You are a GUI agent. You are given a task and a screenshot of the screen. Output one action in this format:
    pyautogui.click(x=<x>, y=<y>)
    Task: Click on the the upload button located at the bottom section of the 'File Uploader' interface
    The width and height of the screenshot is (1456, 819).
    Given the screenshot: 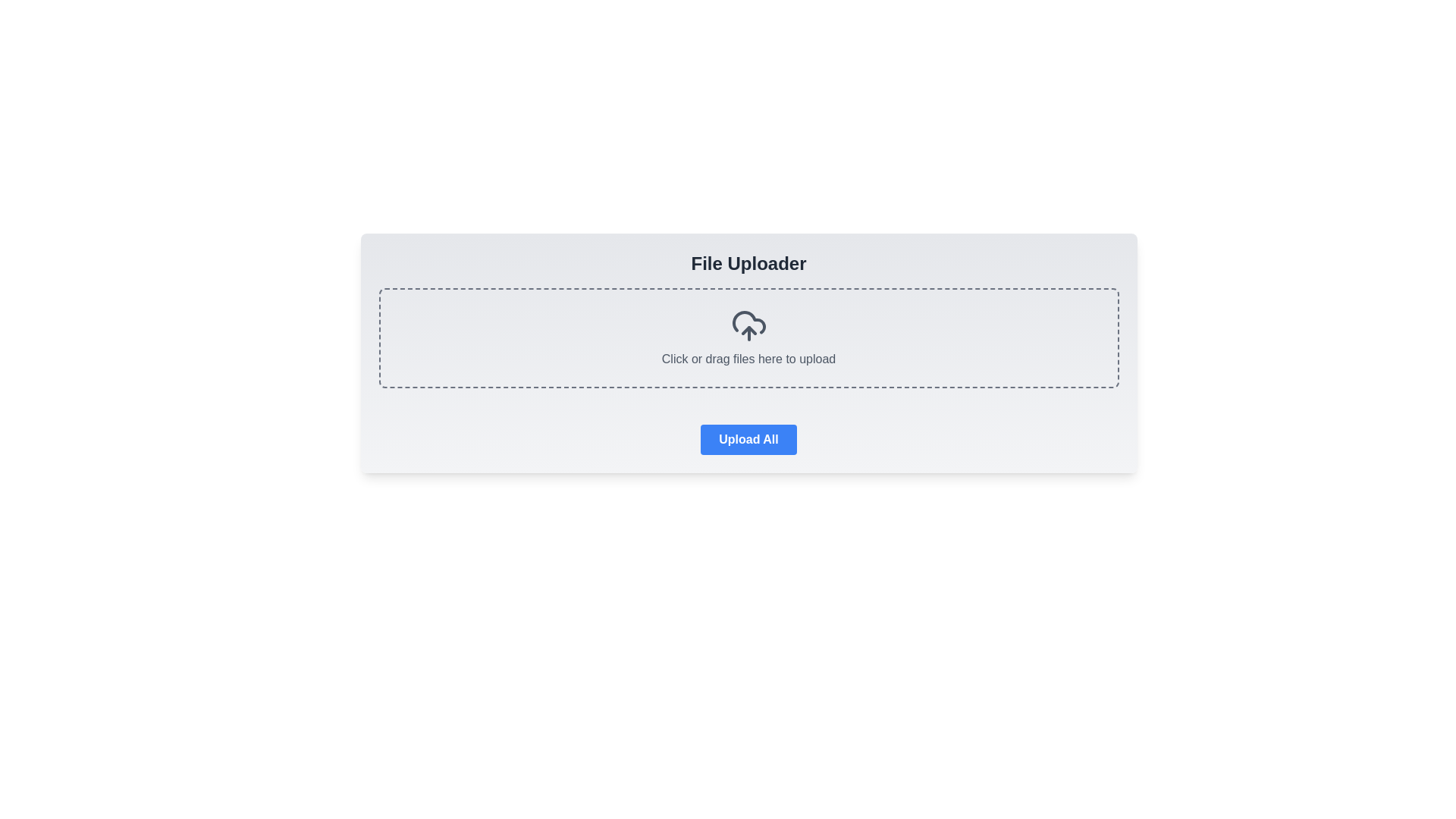 What is the action you would take?
    pyautogui.click(x=748, y=433)
    